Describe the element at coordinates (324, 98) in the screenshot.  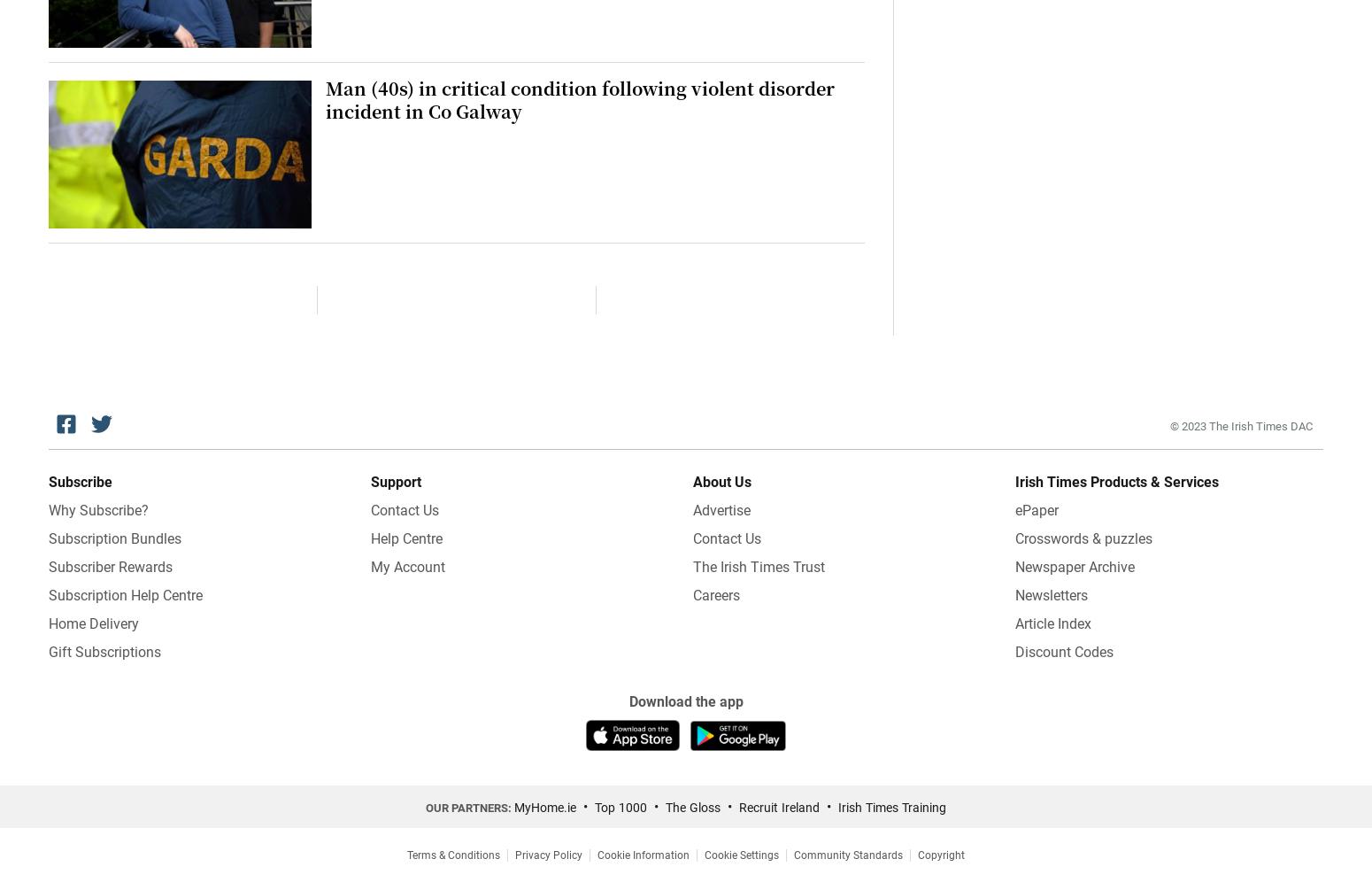
I see `'Man (40s) in critical condition following violent disorder incident in Co Galway'` at that location.